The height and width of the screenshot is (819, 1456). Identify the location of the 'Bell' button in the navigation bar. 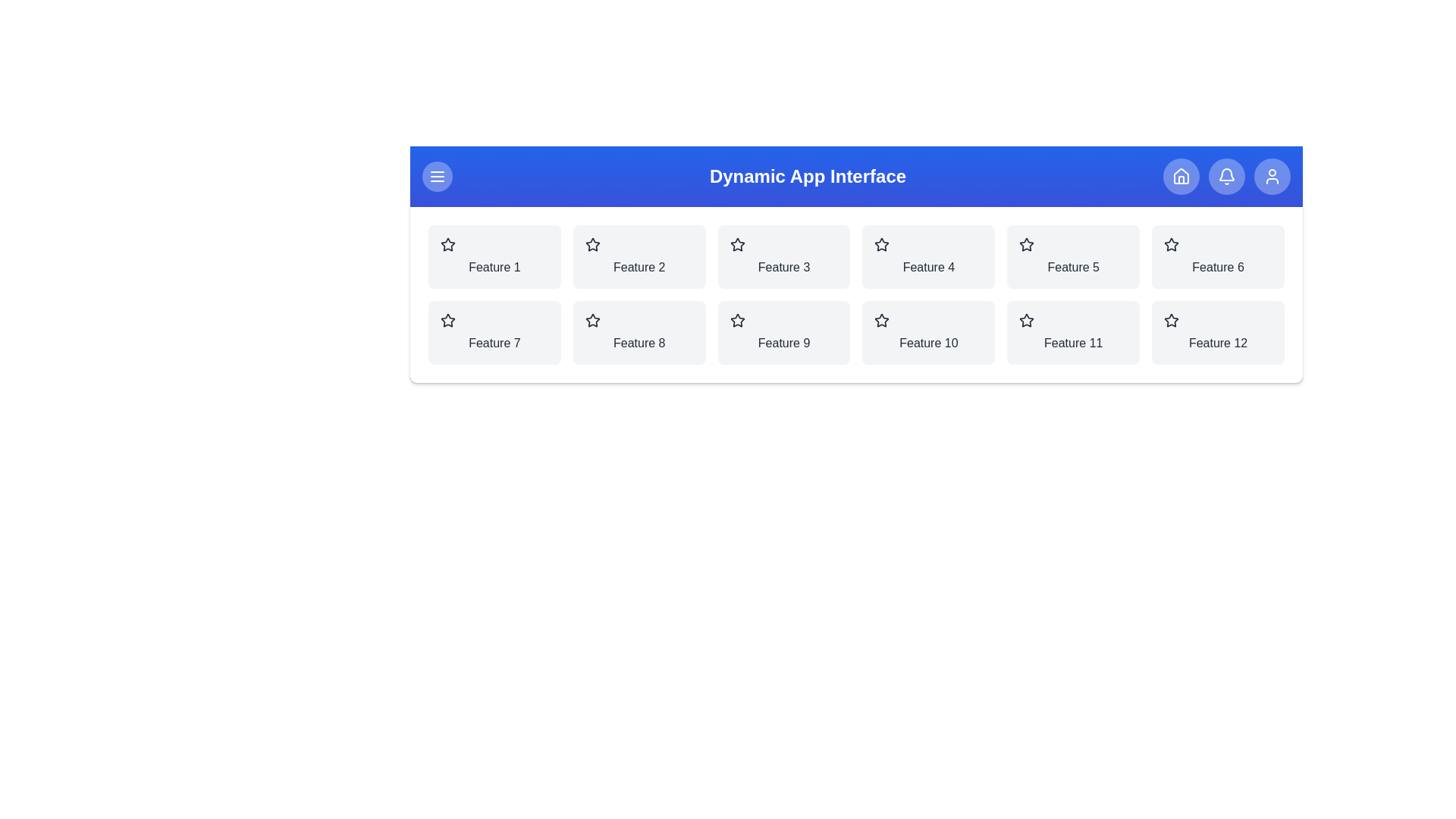
(1226, 175).